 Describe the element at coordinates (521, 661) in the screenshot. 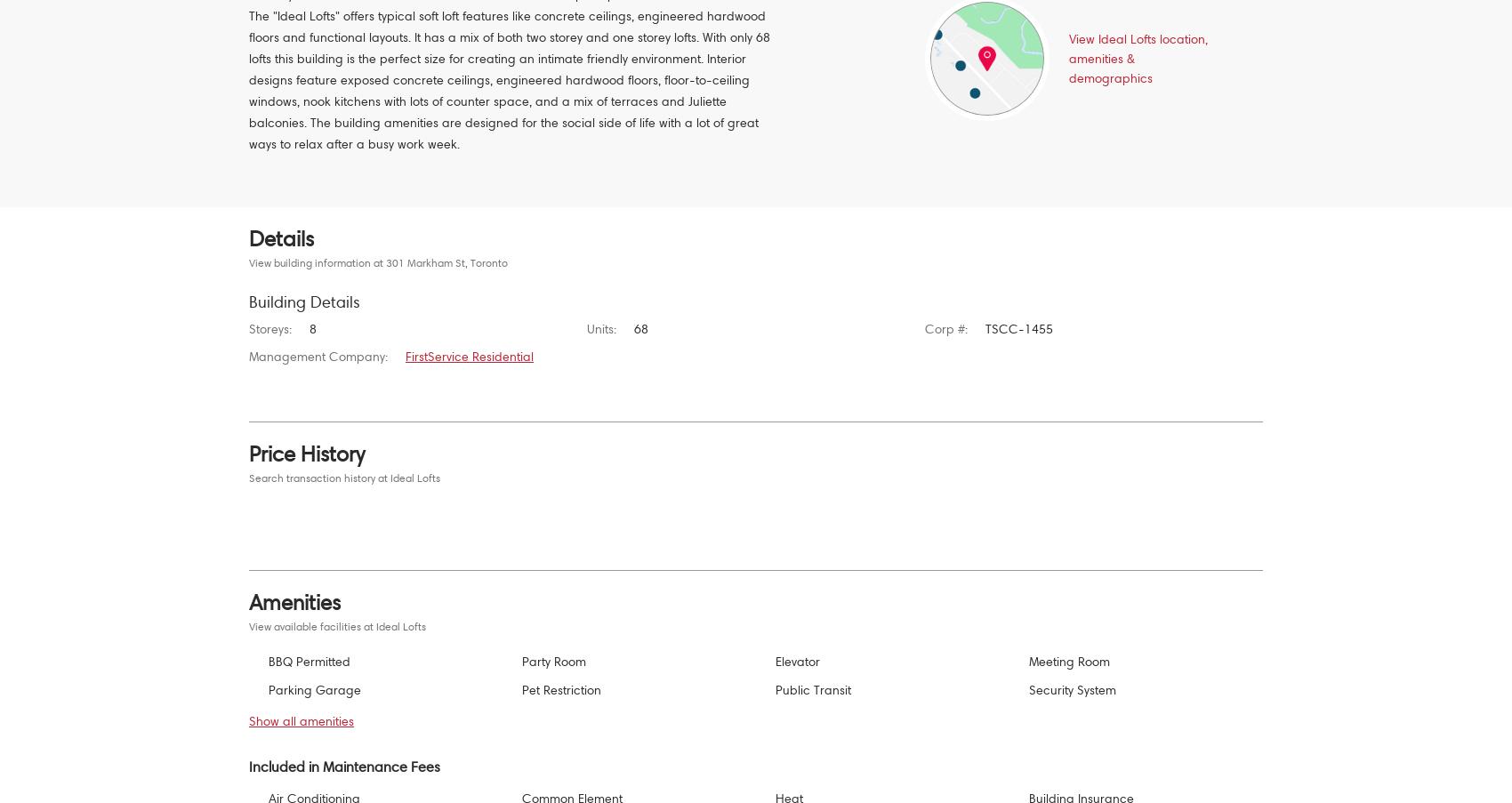

I see `'Party Room'` at that location.